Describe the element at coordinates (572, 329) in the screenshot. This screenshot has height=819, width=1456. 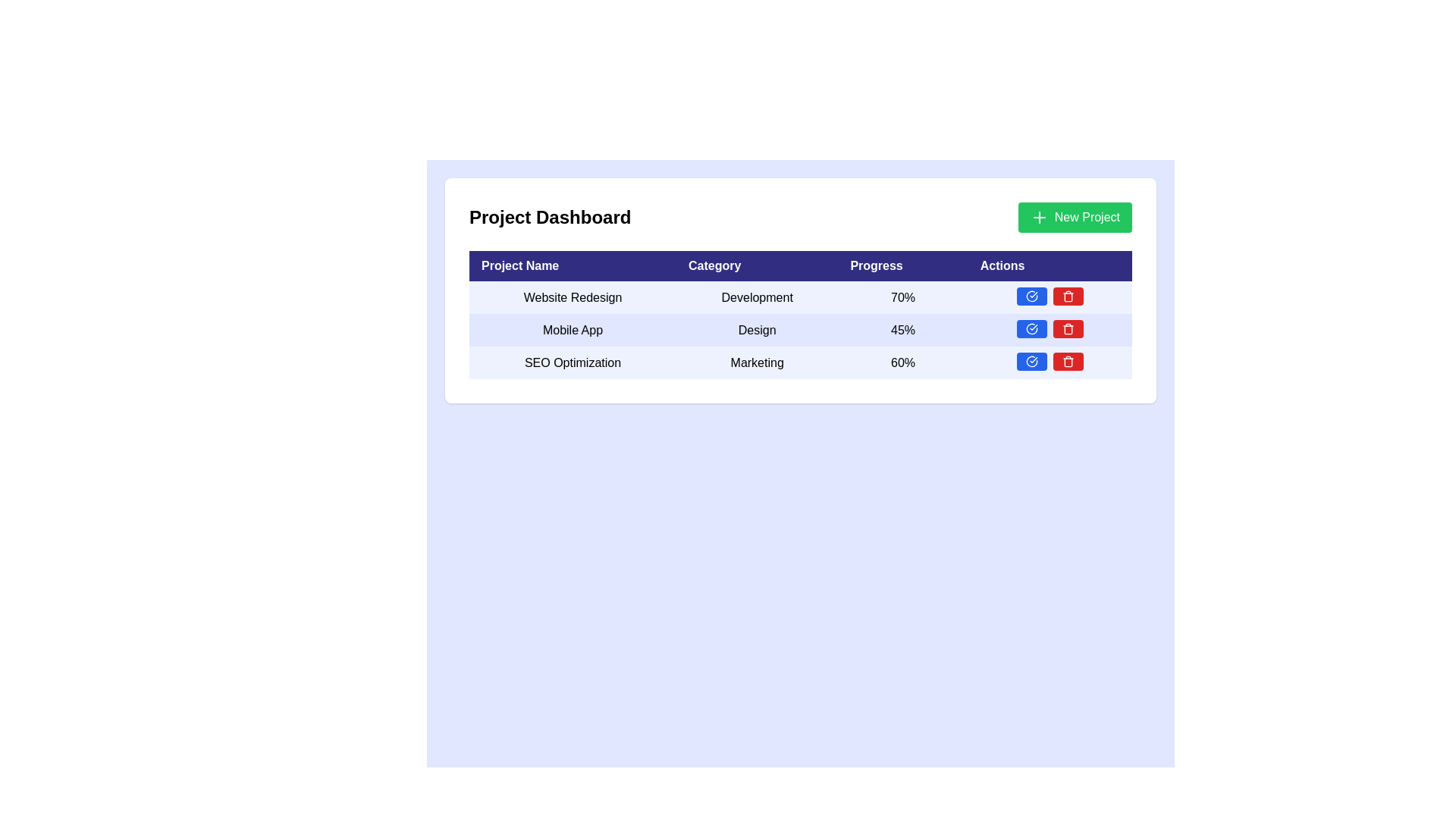
I see `the non-interactive text label displaying the project name 'Mobile App', which is located in the second row of the table under the 'Project Name' column` at that location.